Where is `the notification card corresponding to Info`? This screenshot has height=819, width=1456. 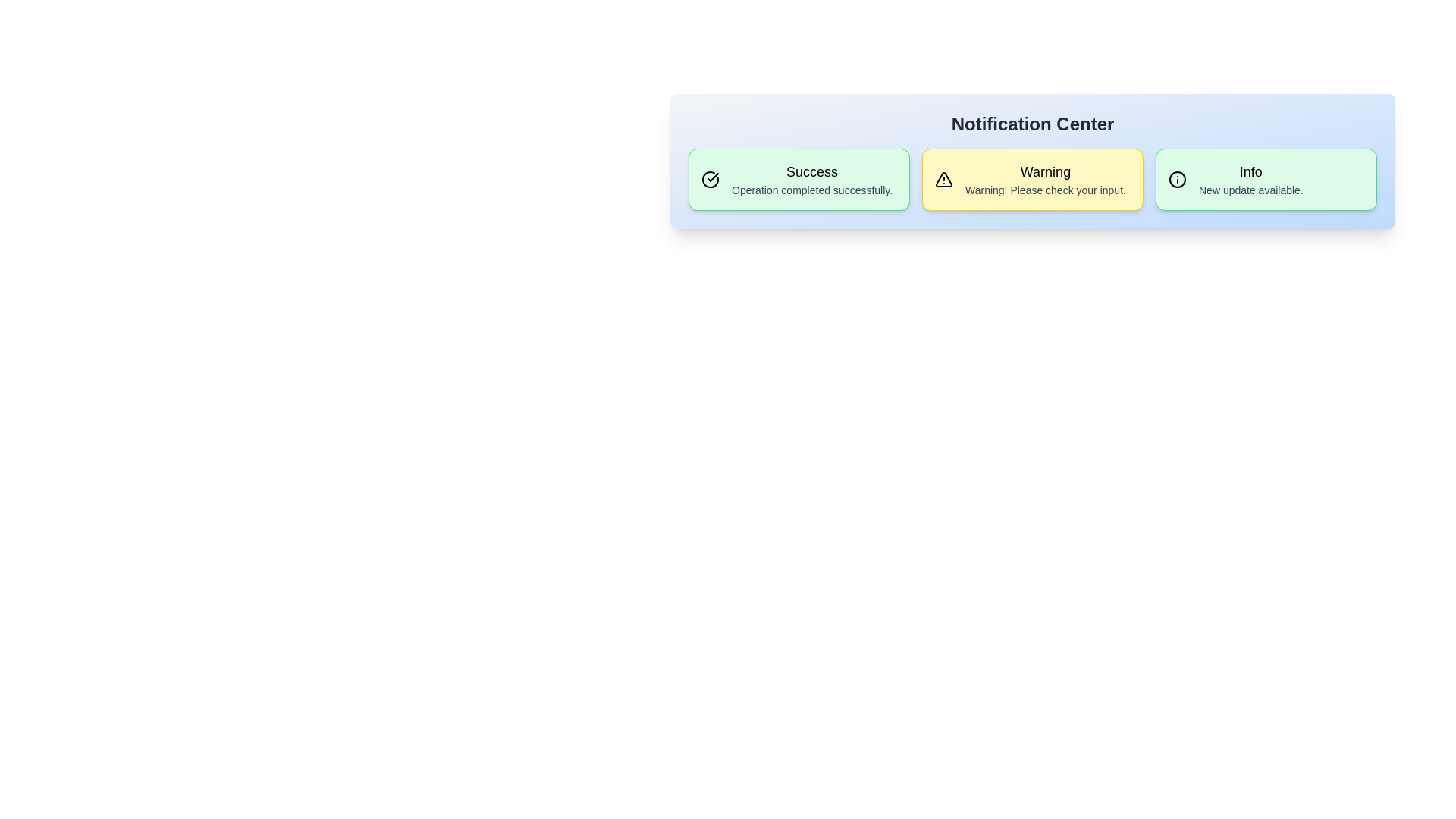
the notification card corresponding to Info is located at coordinates (1266, 178).